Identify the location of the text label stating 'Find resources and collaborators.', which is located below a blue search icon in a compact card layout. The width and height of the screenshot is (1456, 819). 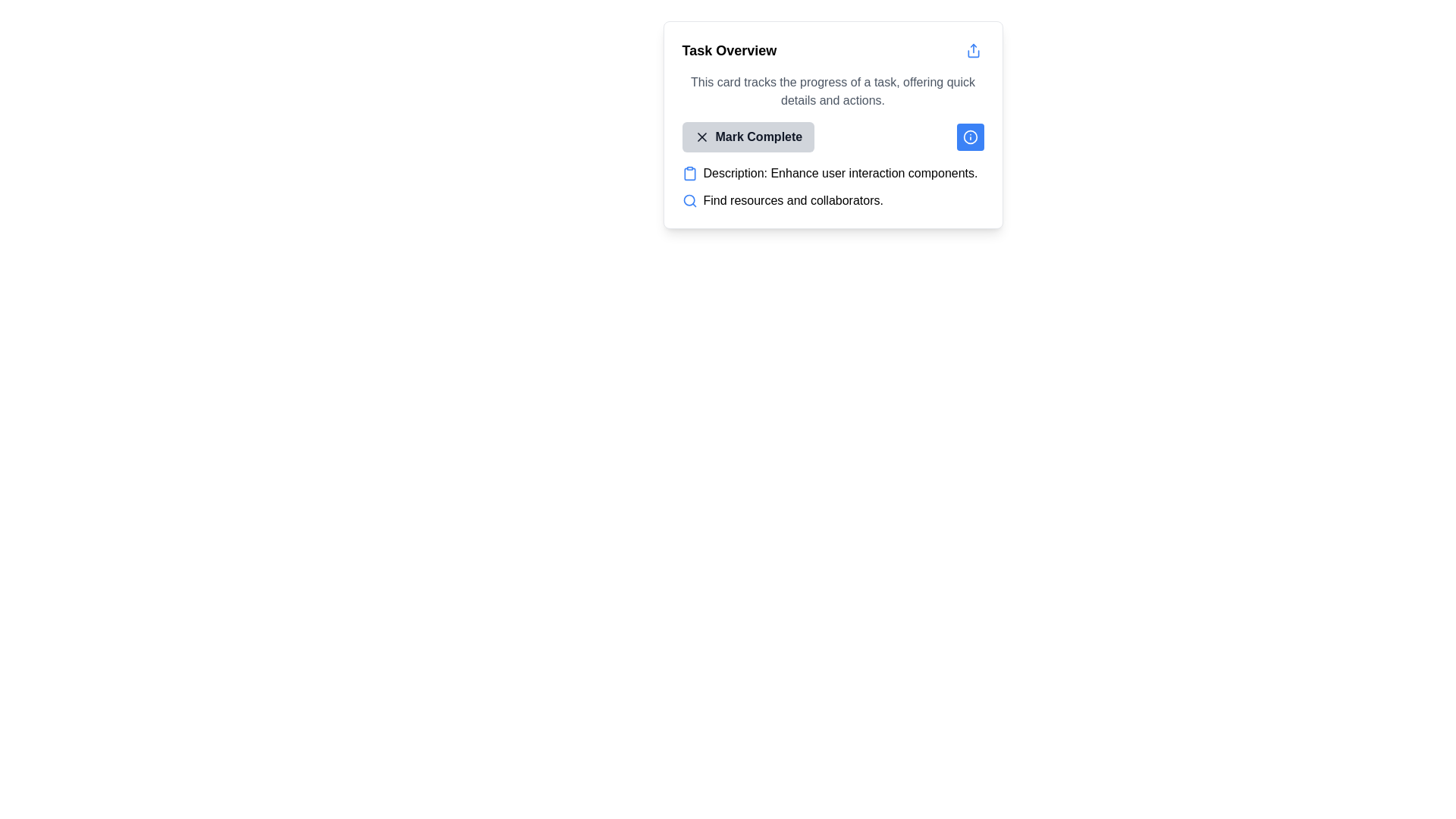
(792, 200).